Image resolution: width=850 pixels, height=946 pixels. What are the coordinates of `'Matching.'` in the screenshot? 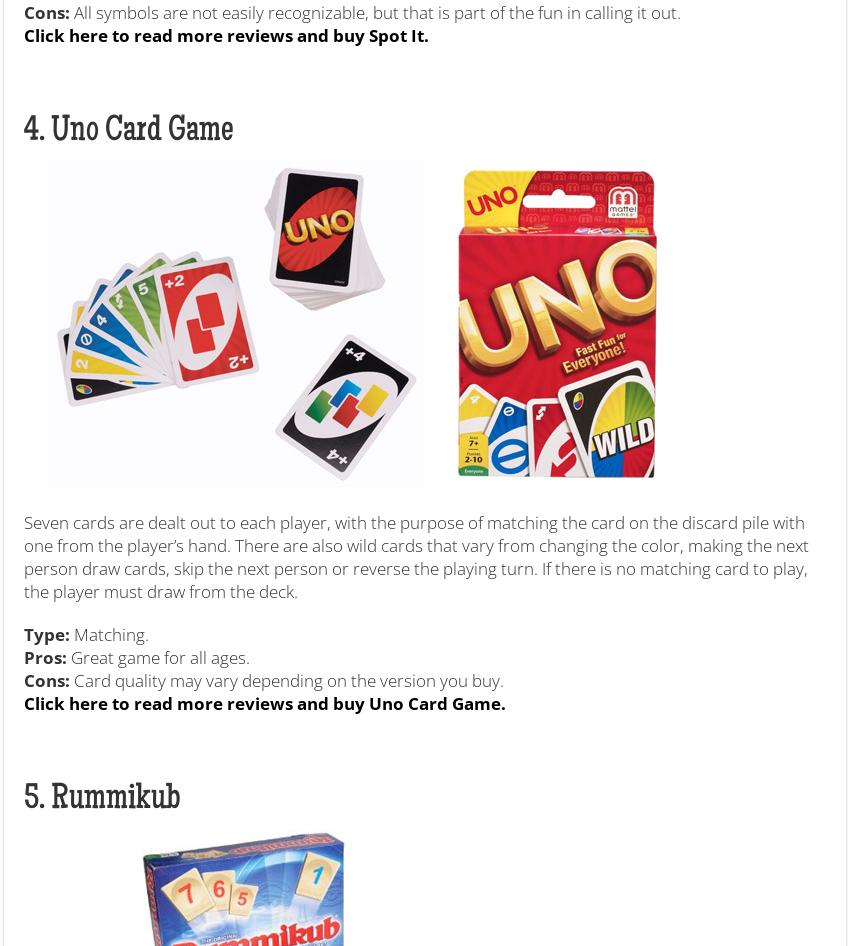 It's located at (108, 633).